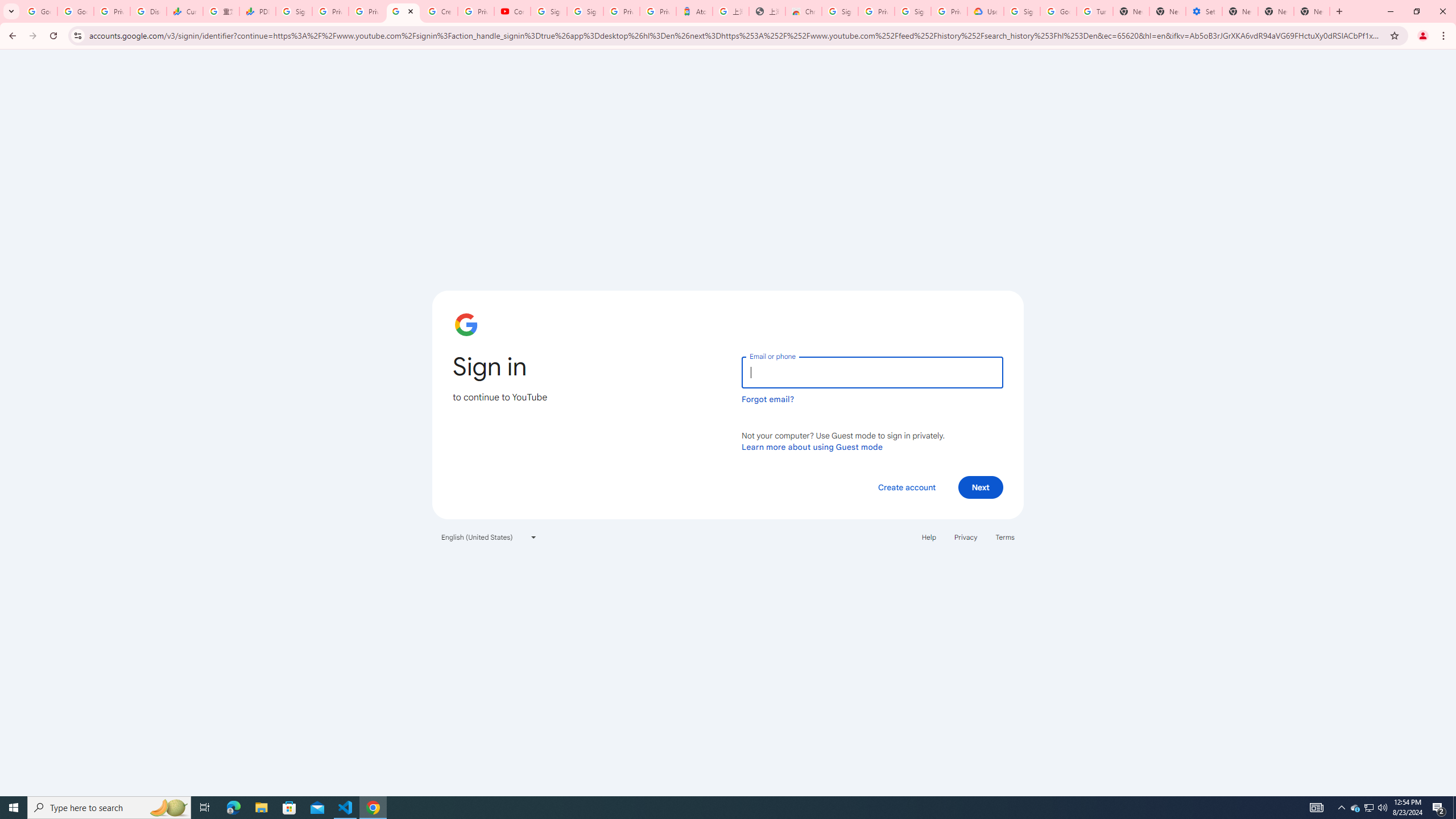 The image size is (1456, 819). I want to click on 'Privacy Checkup', so click(366, 11).